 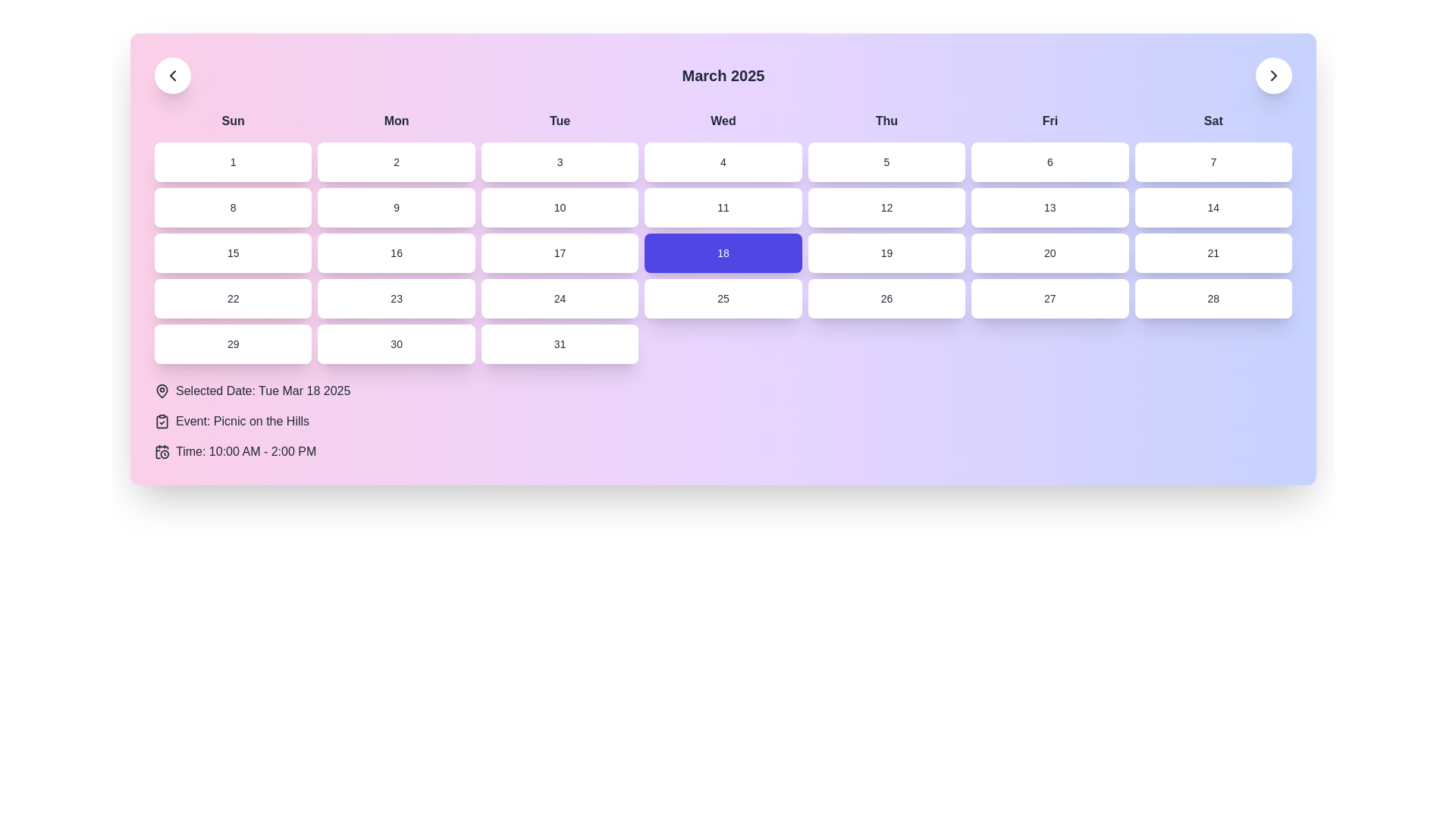 What do you see at coordinates (1213, 120) in the screenshot?
I see `the 'Sat' text label in the calendar grid that indicates Saturdays, which is located at the top of the calendar interface` at bounding box center [1213, 120].